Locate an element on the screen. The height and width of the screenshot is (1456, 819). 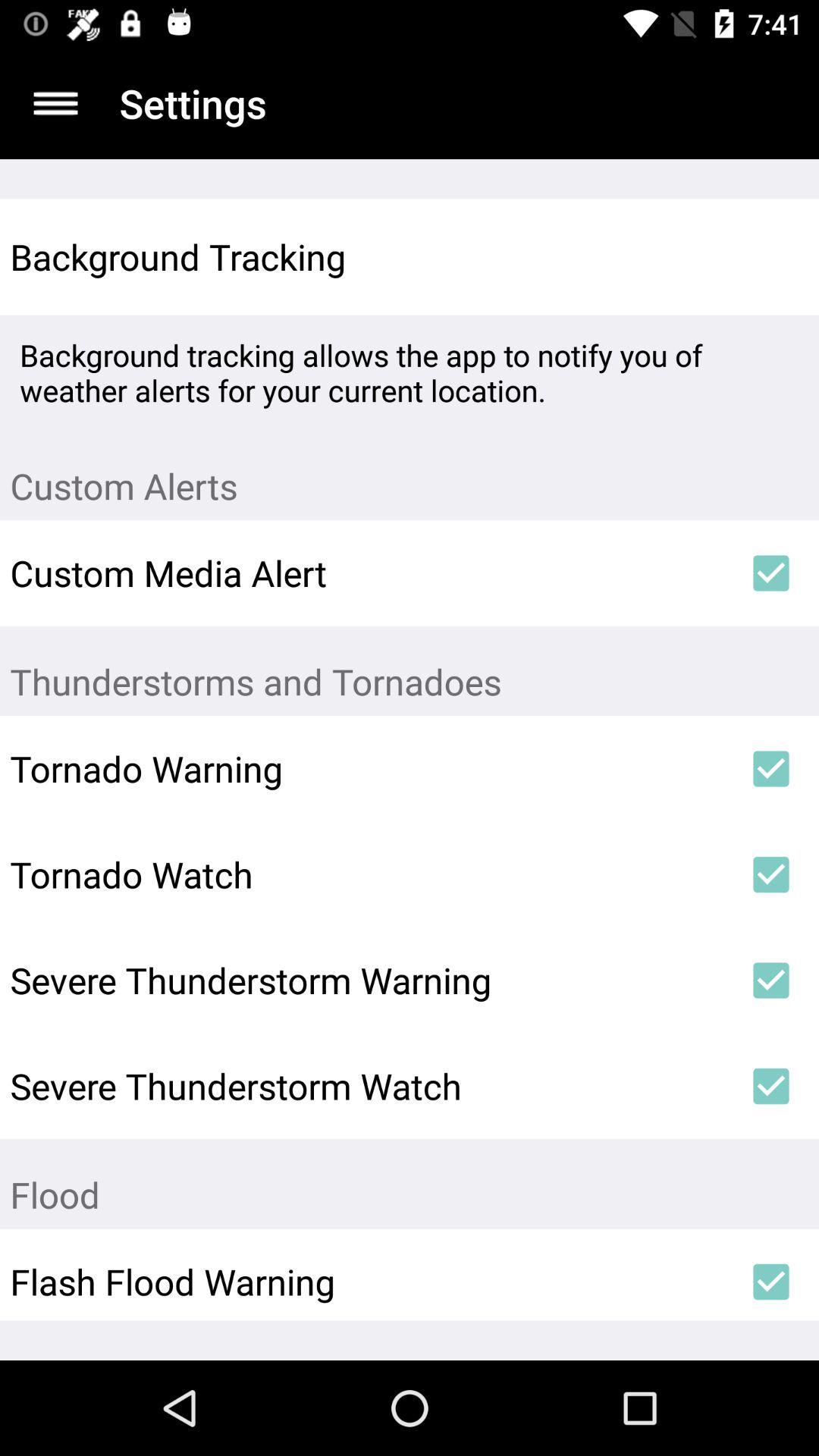
icon to the right of the flash flood warning is located at coordinates (771, 1281).